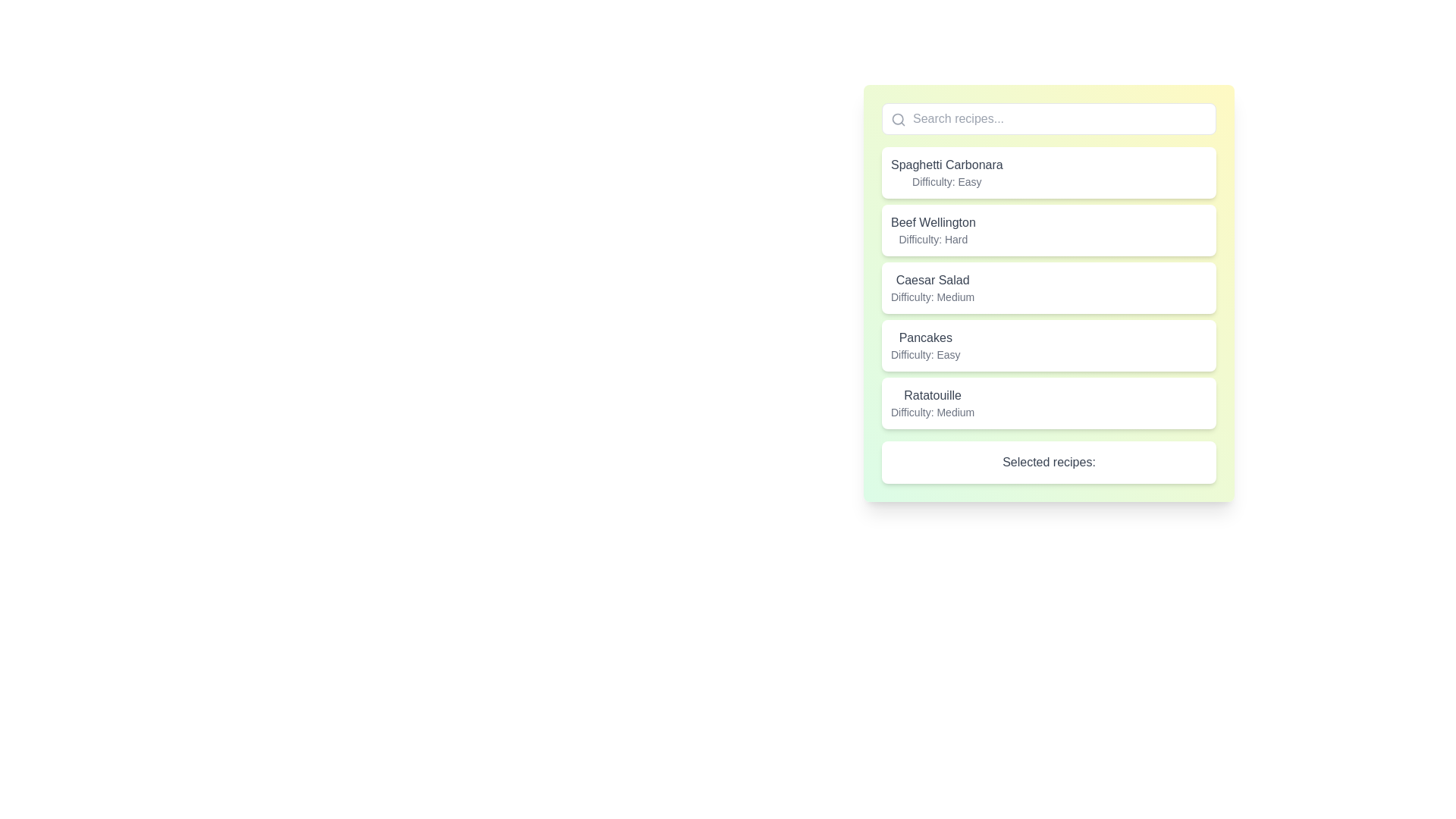 This screenshot has height=819, width=1456. Describe the element at coordinates (932, 288) in the screenshot. I see `the 'Caesar Salad' text label, which is part of the third recipe card in a vertically stacked list, displaying 'Difficulty: Medium' below it` at that location.